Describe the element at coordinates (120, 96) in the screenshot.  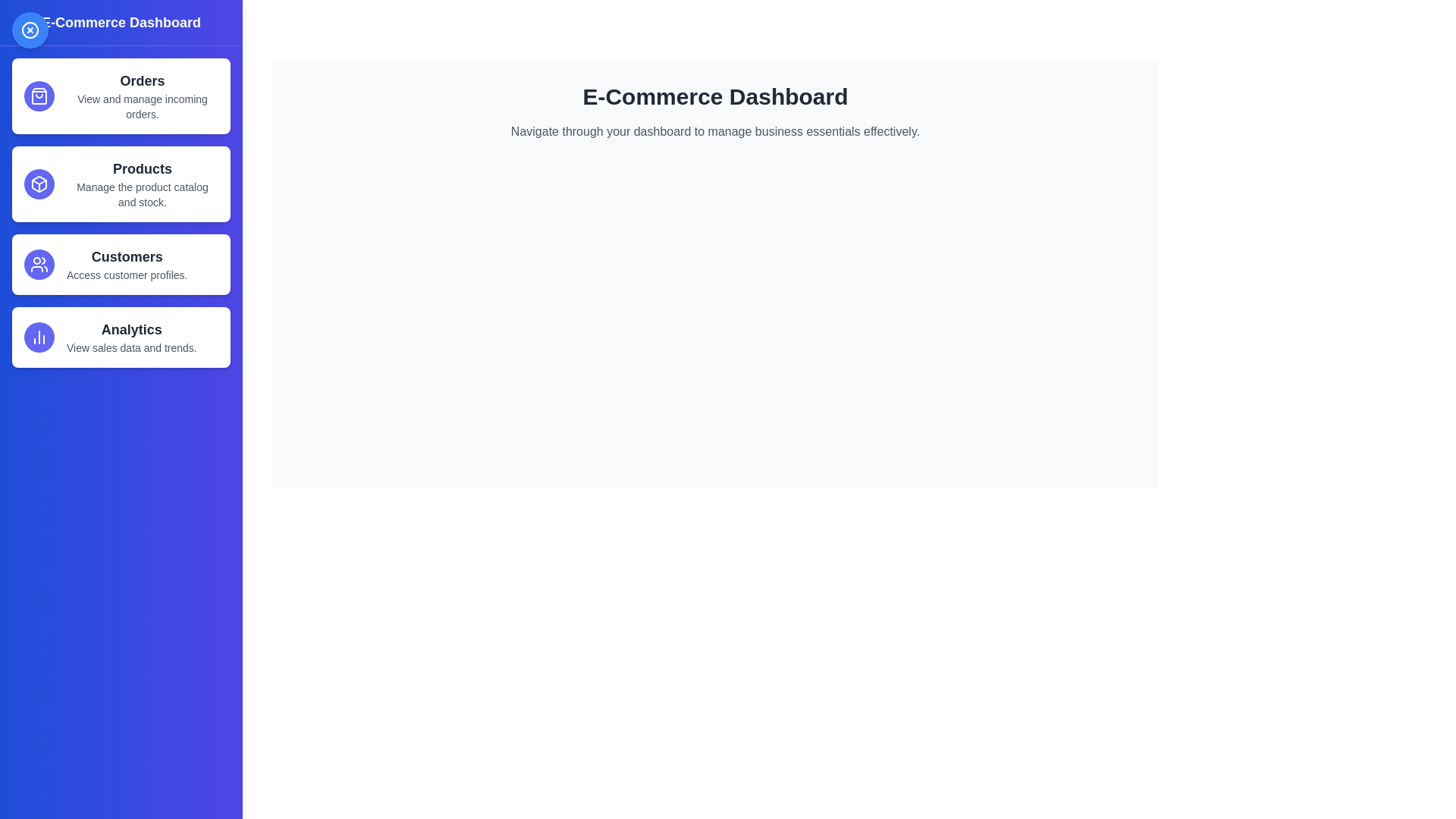
I see `the menu item labeled Orders` at that location.